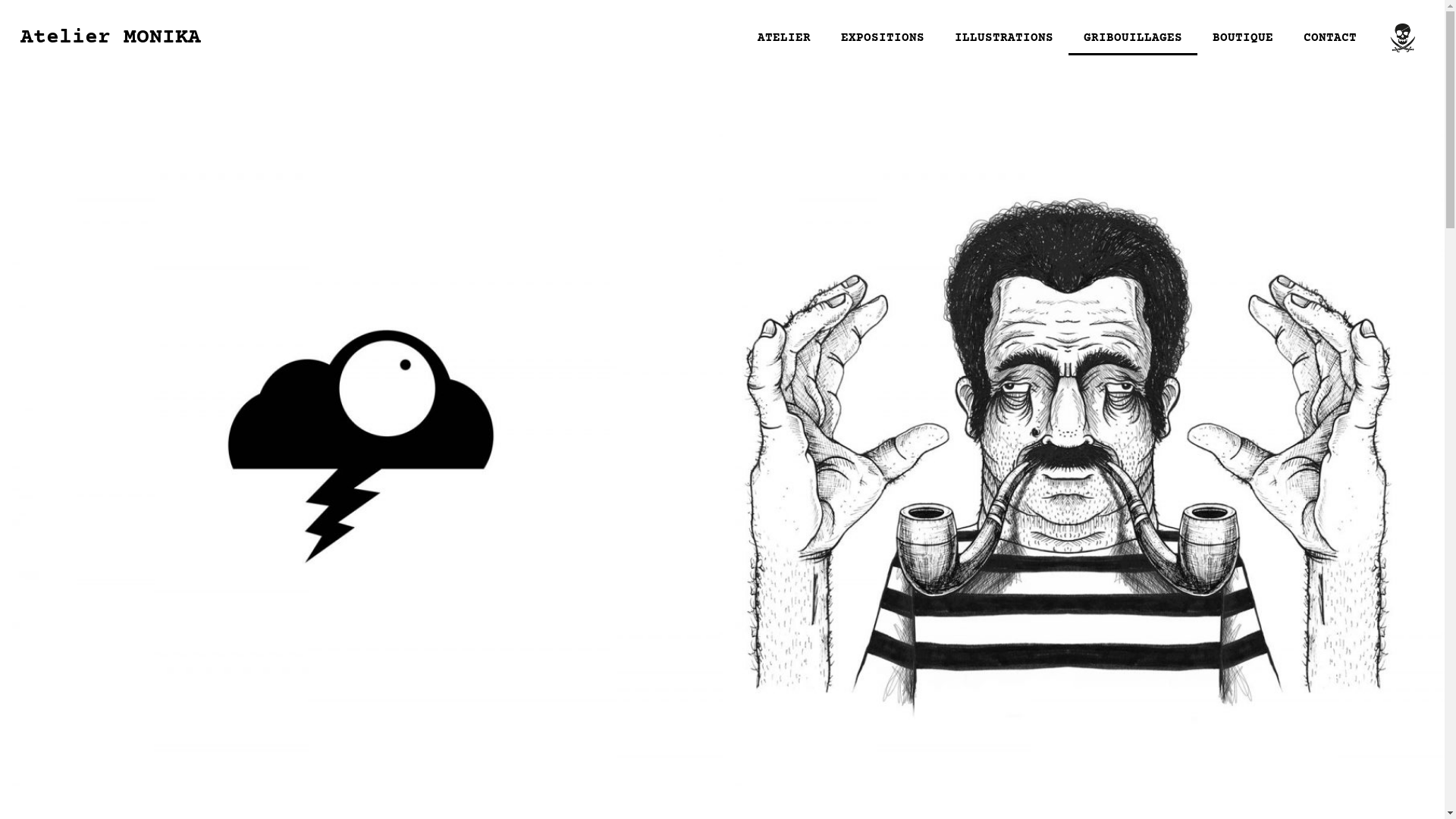 The width and height of the screenshot is (1456, 819). I want to click on 'Atelier MONIKA', so click(20, 37).